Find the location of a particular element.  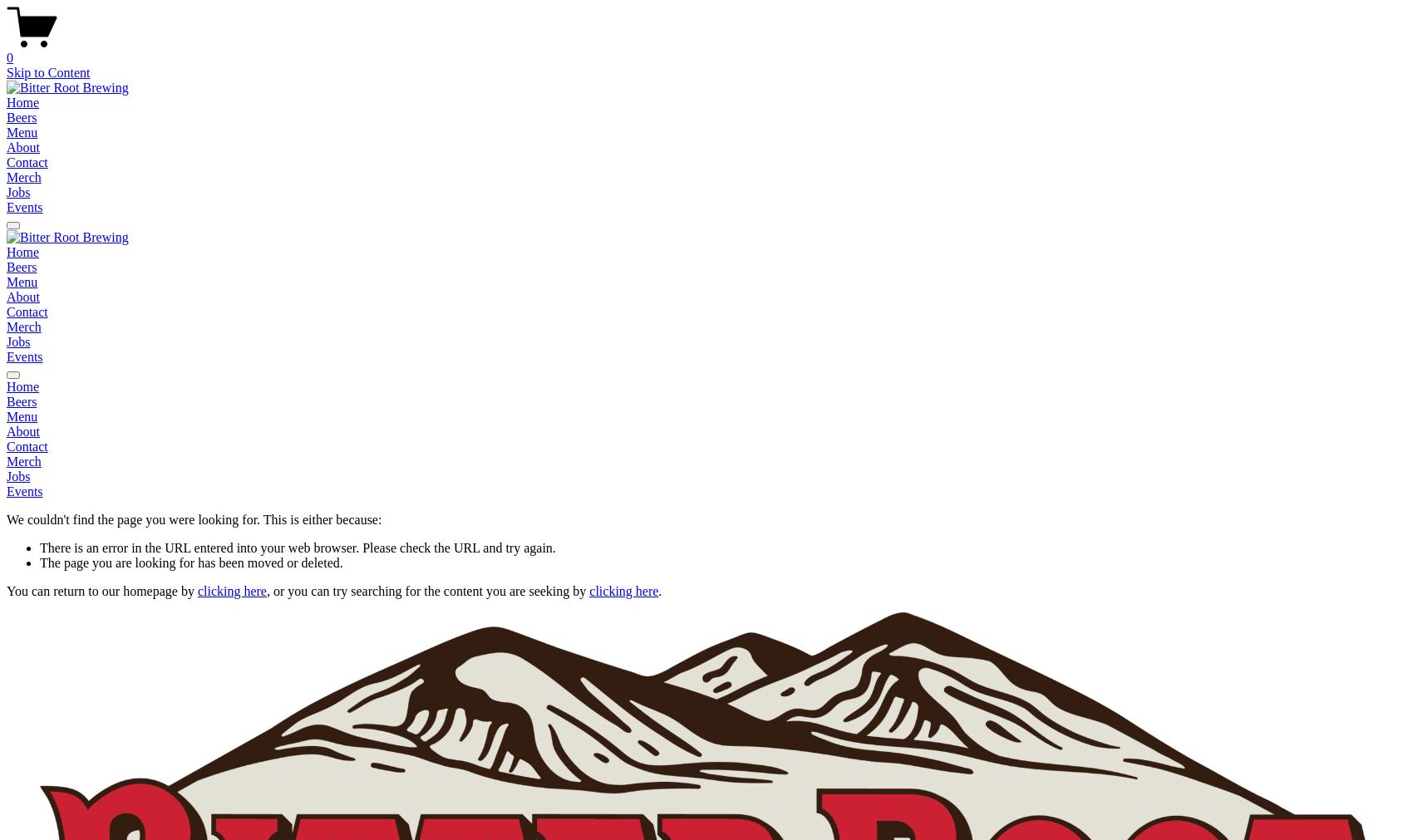

', or you can try searching for the
  content you are seeking by' is located at coordinates (427, 590).